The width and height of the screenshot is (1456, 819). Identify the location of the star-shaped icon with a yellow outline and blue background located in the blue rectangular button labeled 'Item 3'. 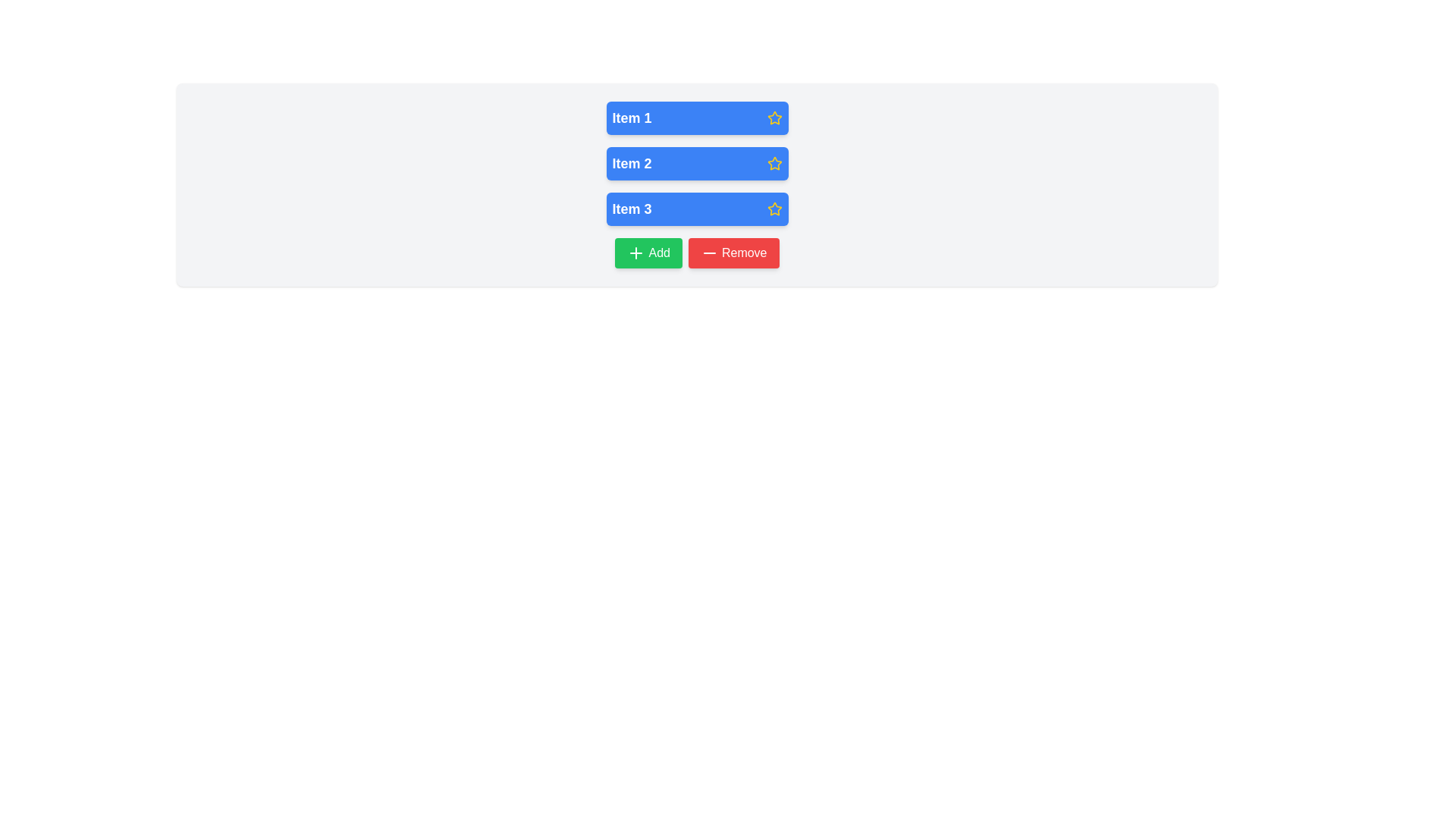
(774, 209).